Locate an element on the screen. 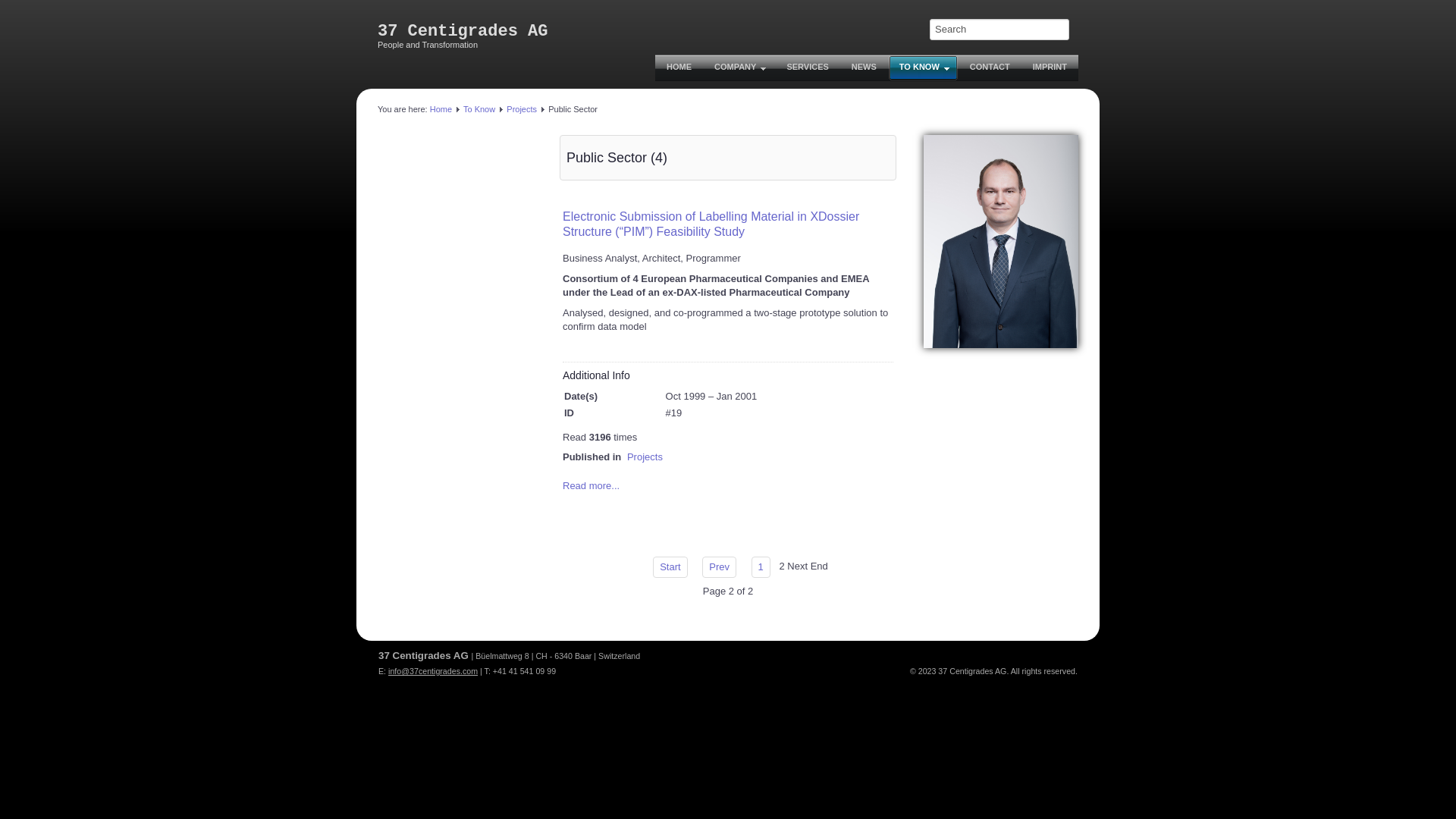  '1' is located at coordinates (761, 567).